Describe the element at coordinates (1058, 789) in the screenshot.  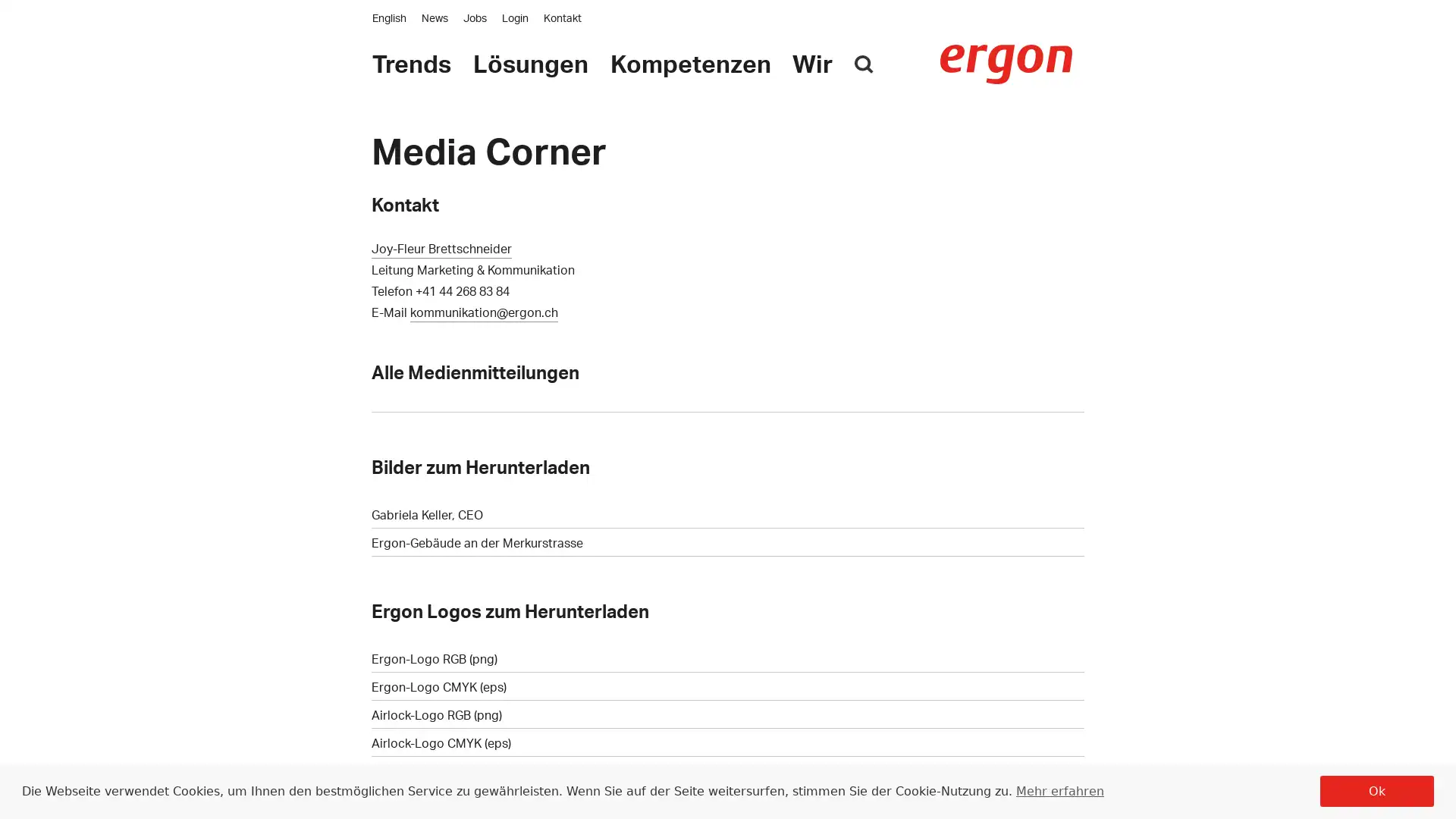
I see `learn more about cookies` at that location.